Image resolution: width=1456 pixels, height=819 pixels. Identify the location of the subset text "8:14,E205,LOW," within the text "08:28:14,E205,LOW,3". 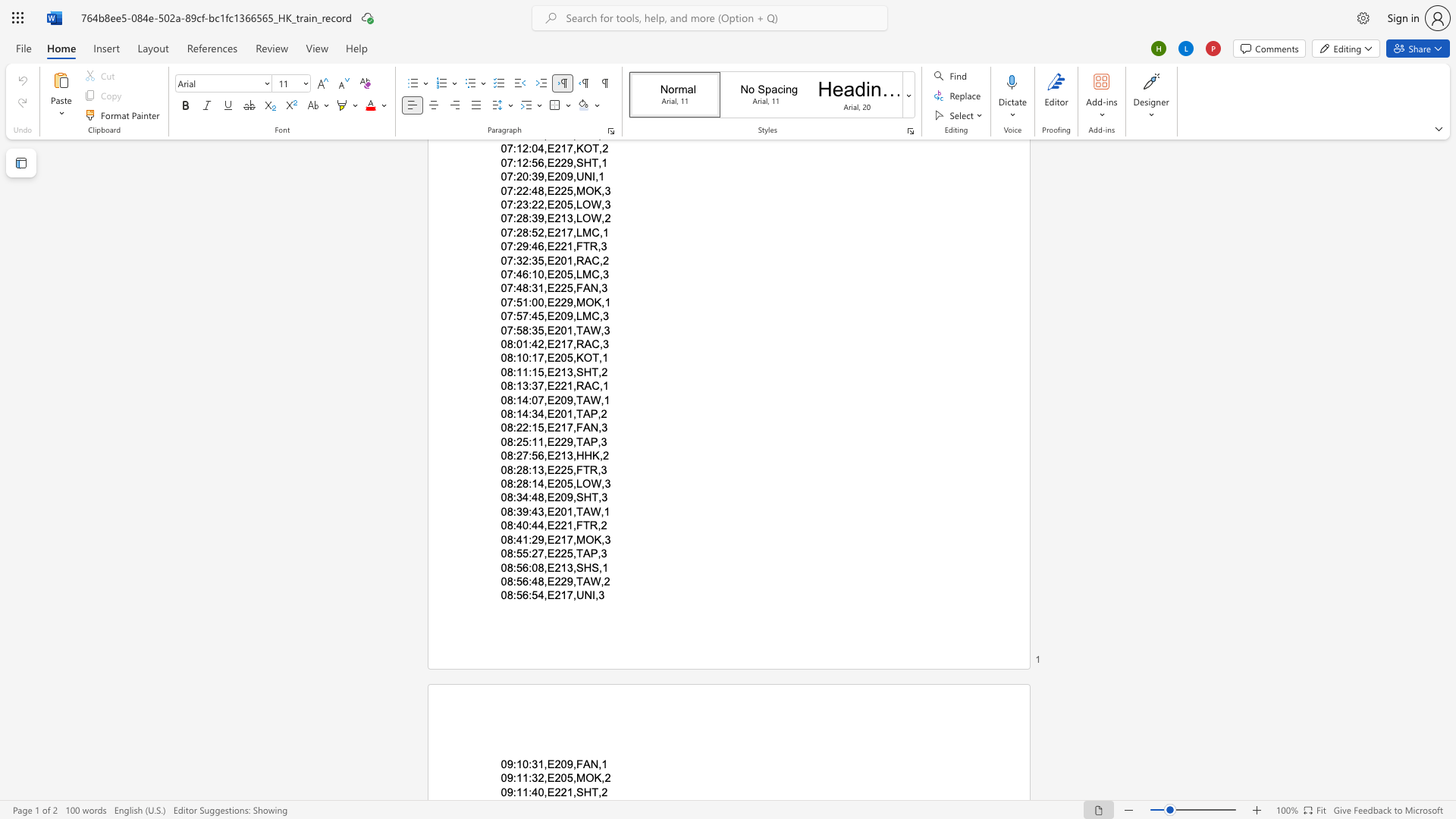
(522, 484).